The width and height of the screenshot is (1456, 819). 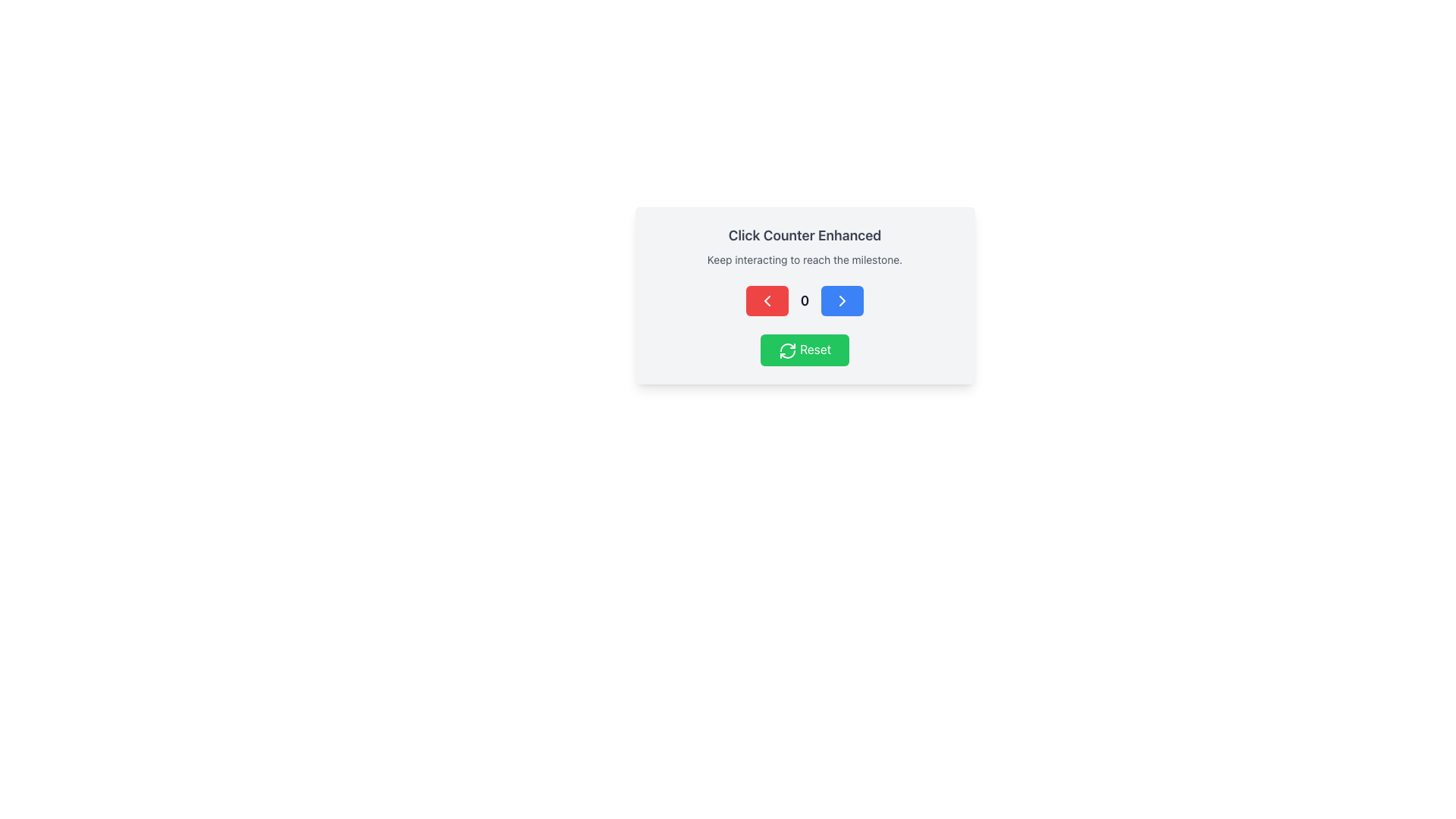 What do you see at coordinates (767, 301) in the screenshot?
I see `the red button with rounded corners and a white left arrow icon` at bounding box center [767, 301].